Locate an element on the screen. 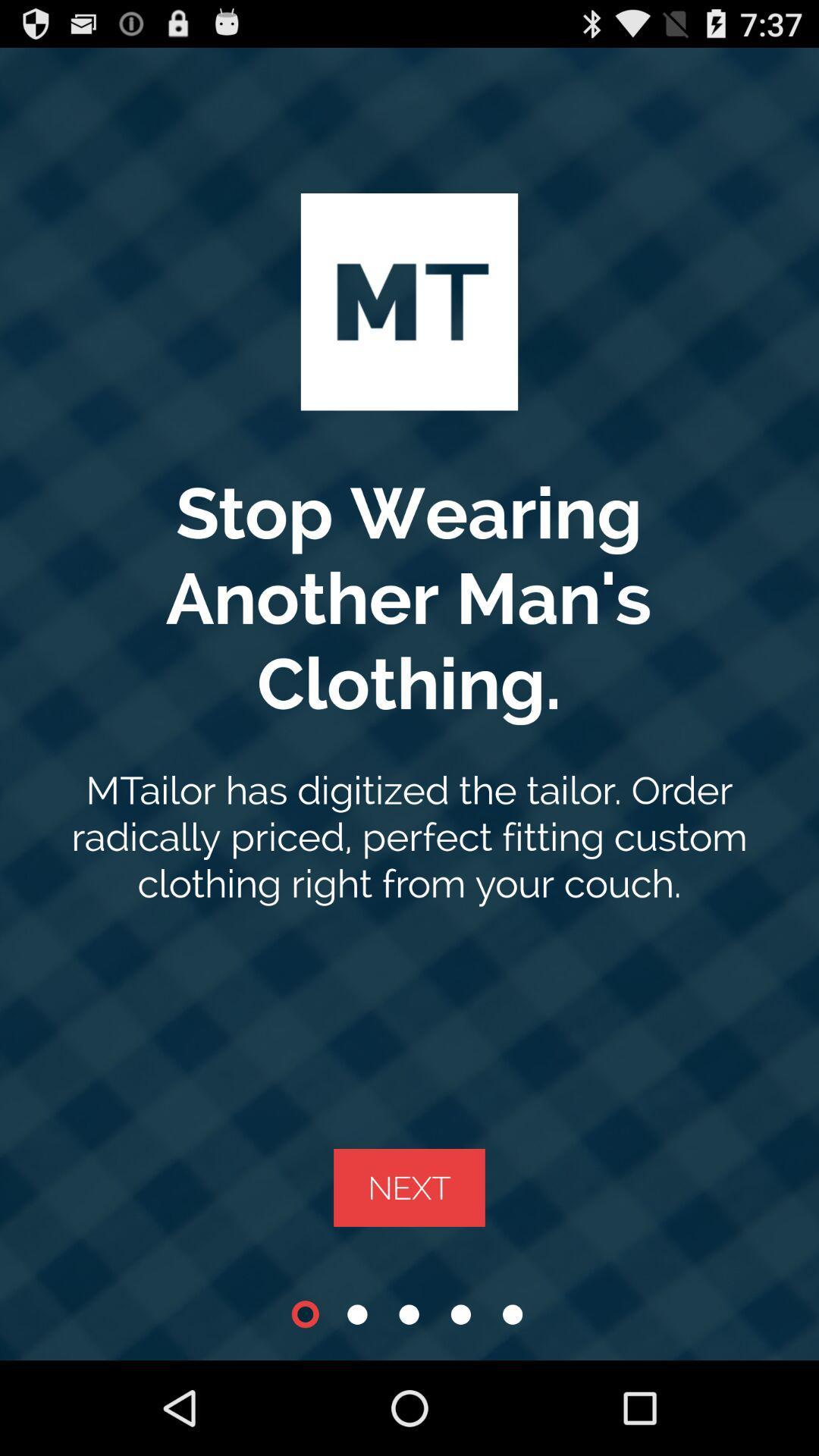 Image resolution: width=819 pixels, height=1456 pixels. icon below the mtailor has digitized item is located at coordinates (409, 1187).